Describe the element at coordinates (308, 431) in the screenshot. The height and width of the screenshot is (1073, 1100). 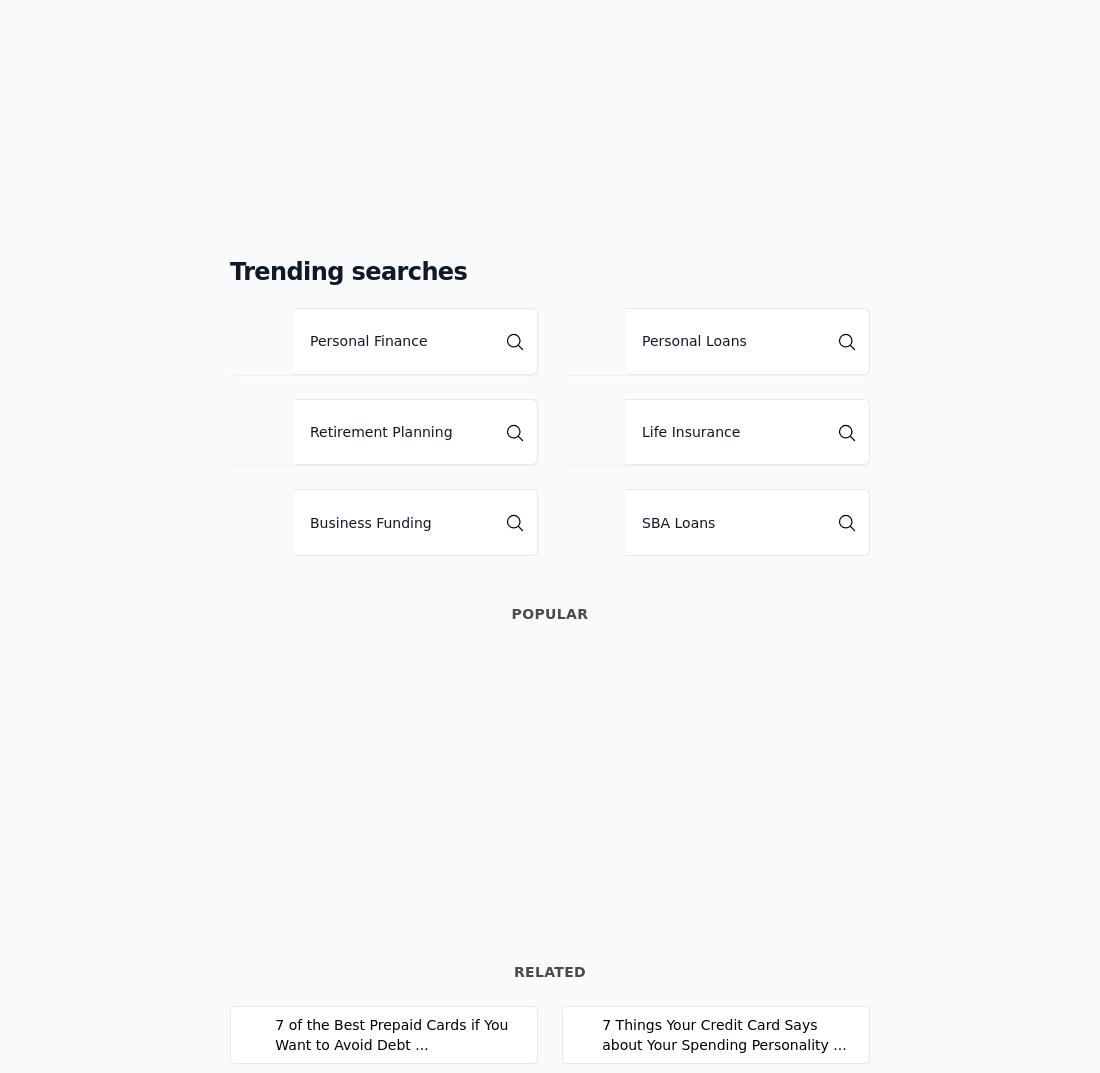
I see `'Retirement Planning'` at that location.